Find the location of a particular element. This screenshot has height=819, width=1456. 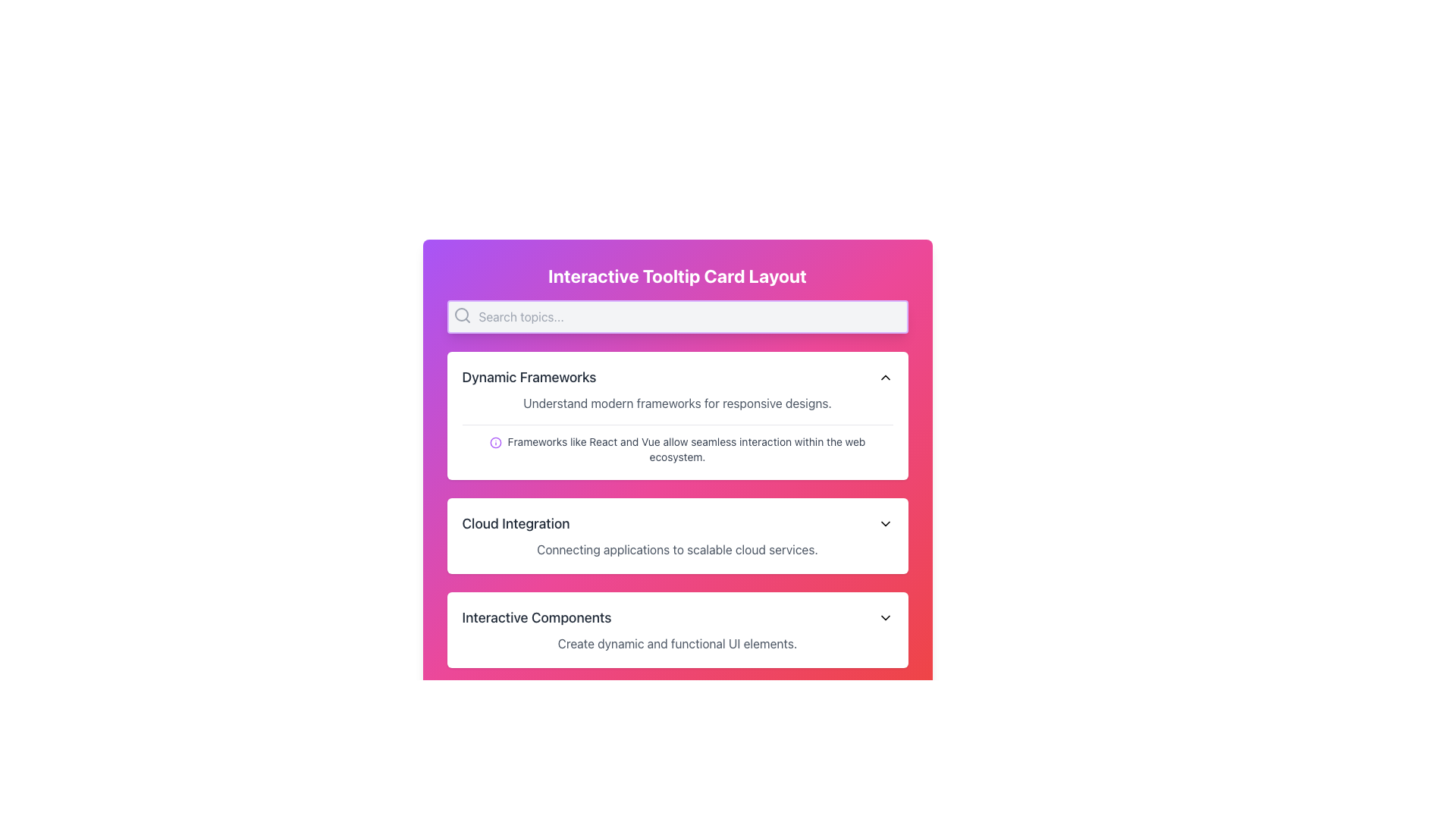

the informational card about cloud integration, which is the second card in a vertically stacked layout, positioned below 'Dynamic Frameworks' and above 'Interactive Components' is located at coordinates (676, 510).